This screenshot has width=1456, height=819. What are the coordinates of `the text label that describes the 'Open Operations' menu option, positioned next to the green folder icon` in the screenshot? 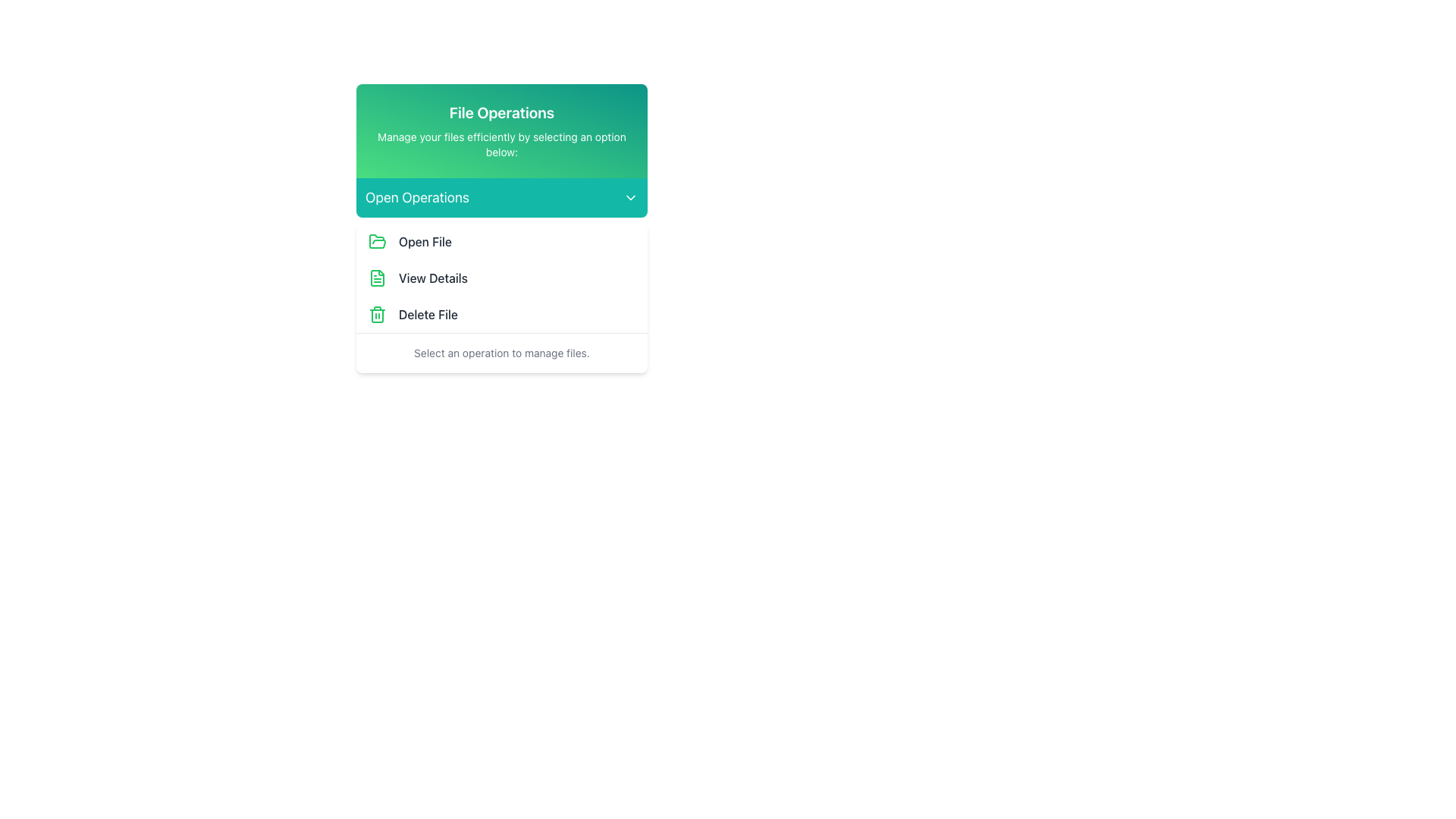 It's located at (425, 241).